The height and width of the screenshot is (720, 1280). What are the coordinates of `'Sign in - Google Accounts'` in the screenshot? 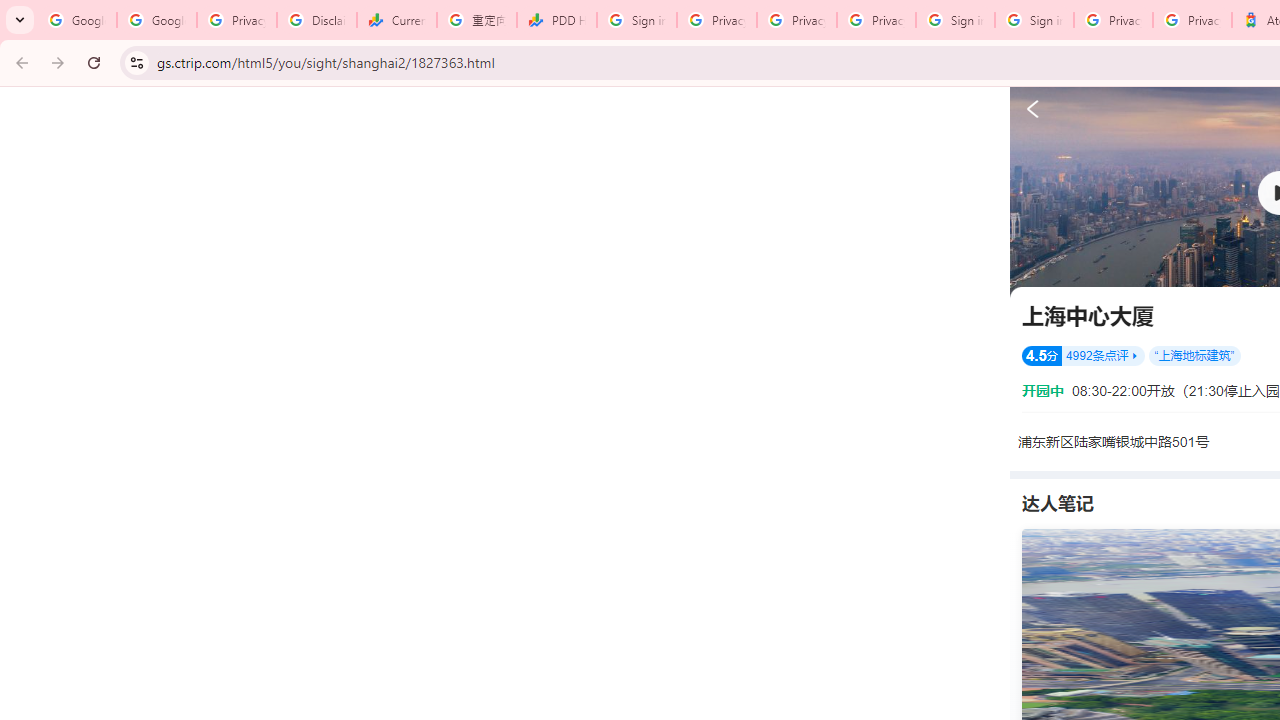 It's located at (1034, 20).